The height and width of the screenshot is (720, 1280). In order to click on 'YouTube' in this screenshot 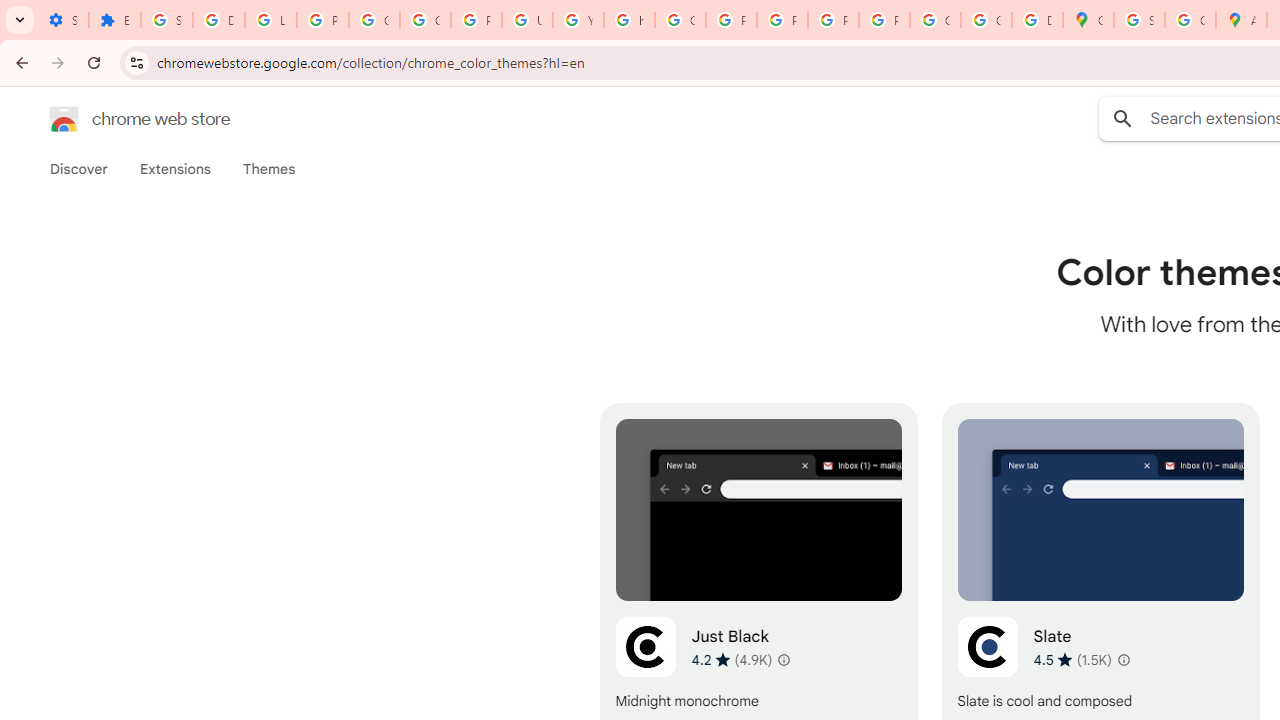, I will do `click(577, 20)`.